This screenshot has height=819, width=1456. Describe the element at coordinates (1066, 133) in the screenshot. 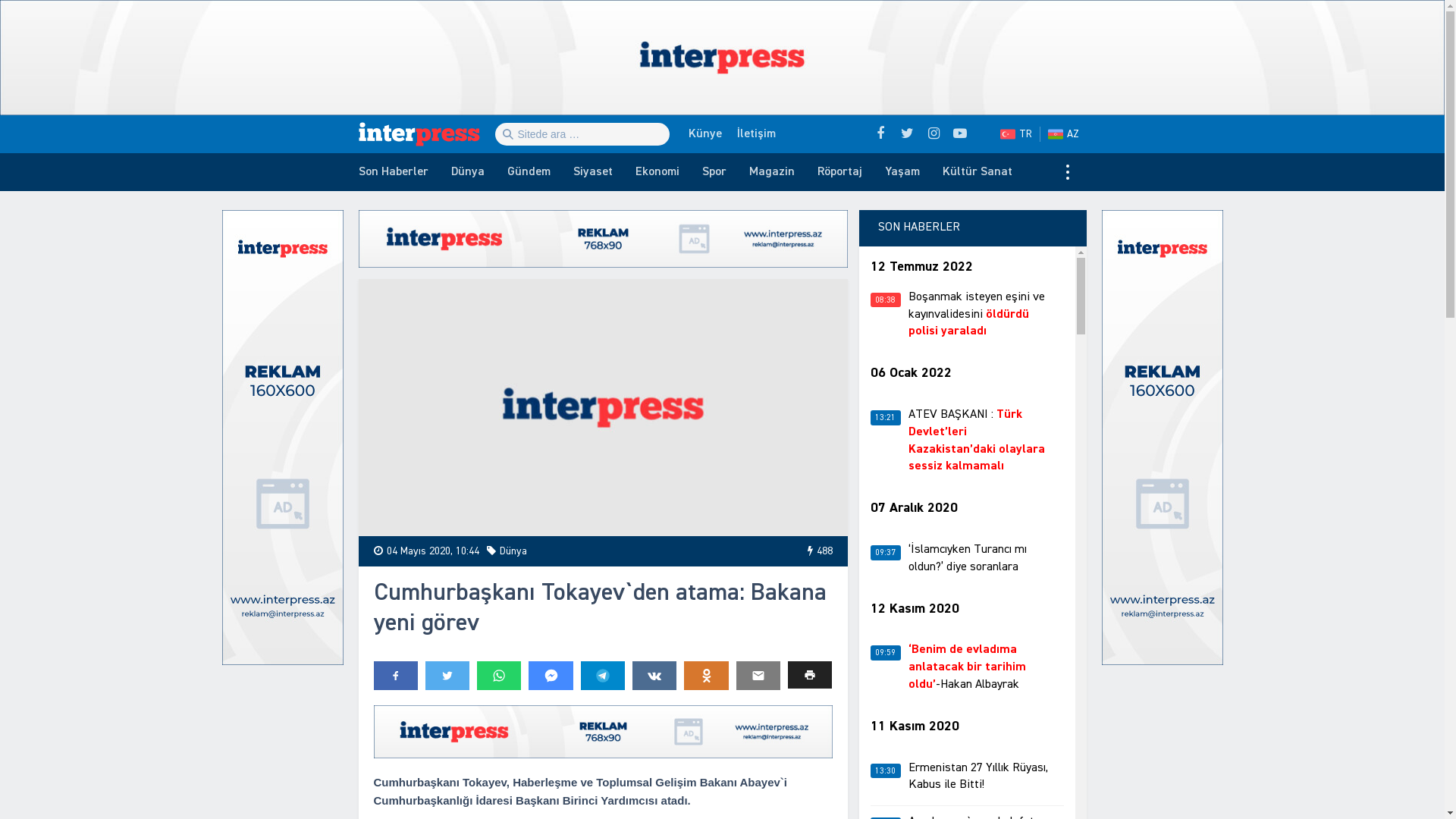

I see `'AZ'` at that location.